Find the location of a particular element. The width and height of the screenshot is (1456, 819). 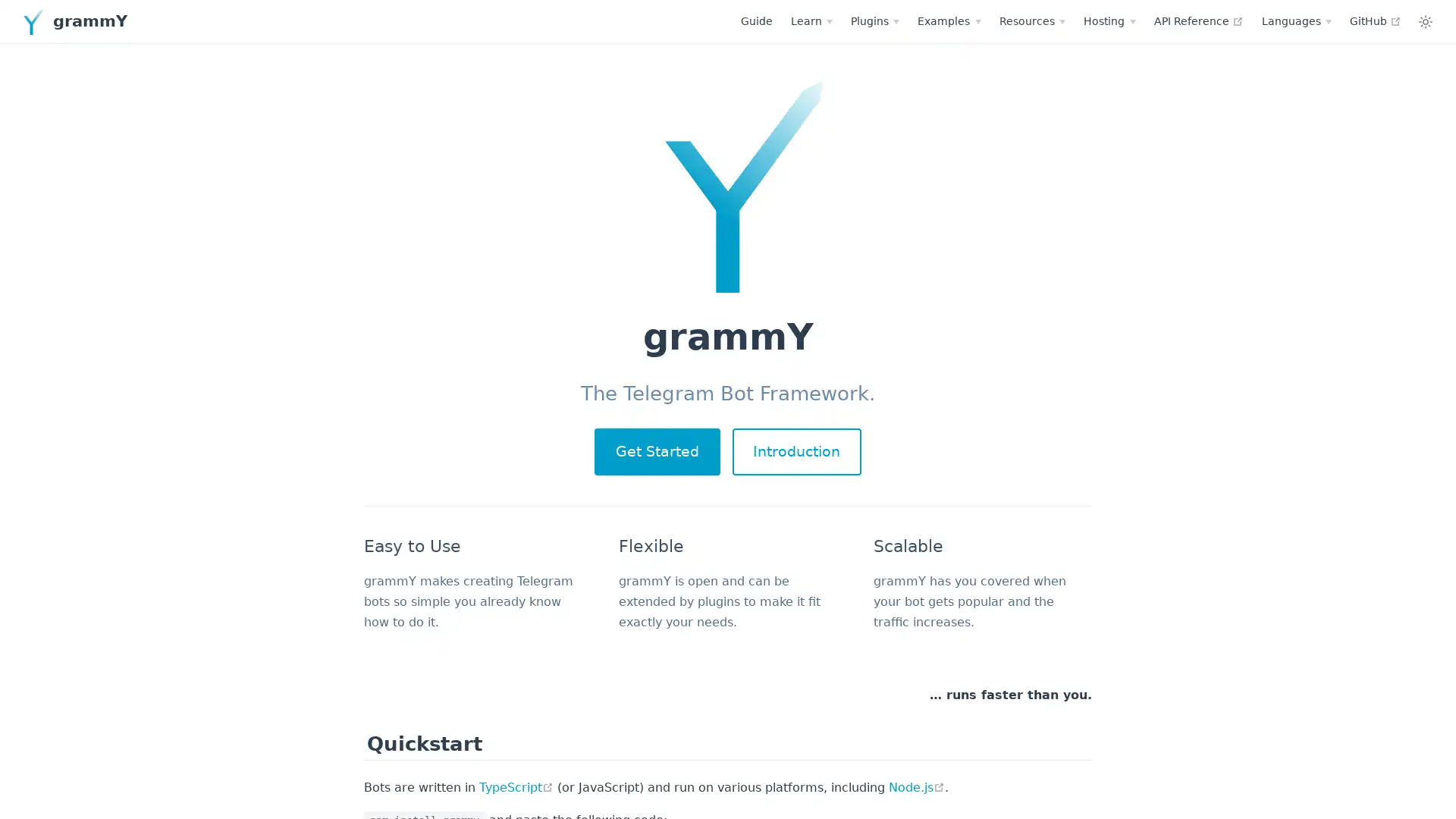

toggle dark mode is located at coordinates (1291, 20).